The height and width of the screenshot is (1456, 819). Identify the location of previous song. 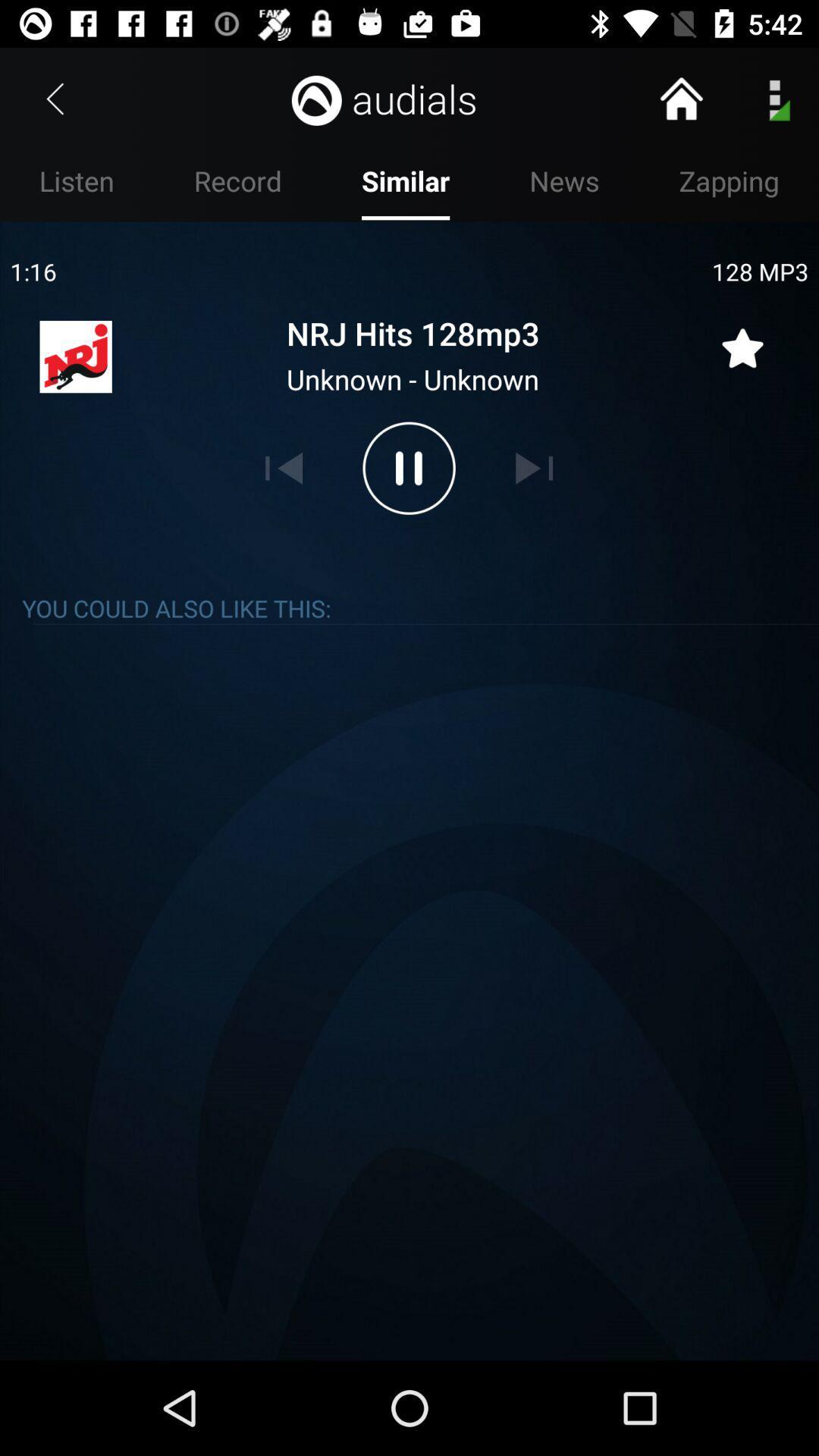
(284, 467).